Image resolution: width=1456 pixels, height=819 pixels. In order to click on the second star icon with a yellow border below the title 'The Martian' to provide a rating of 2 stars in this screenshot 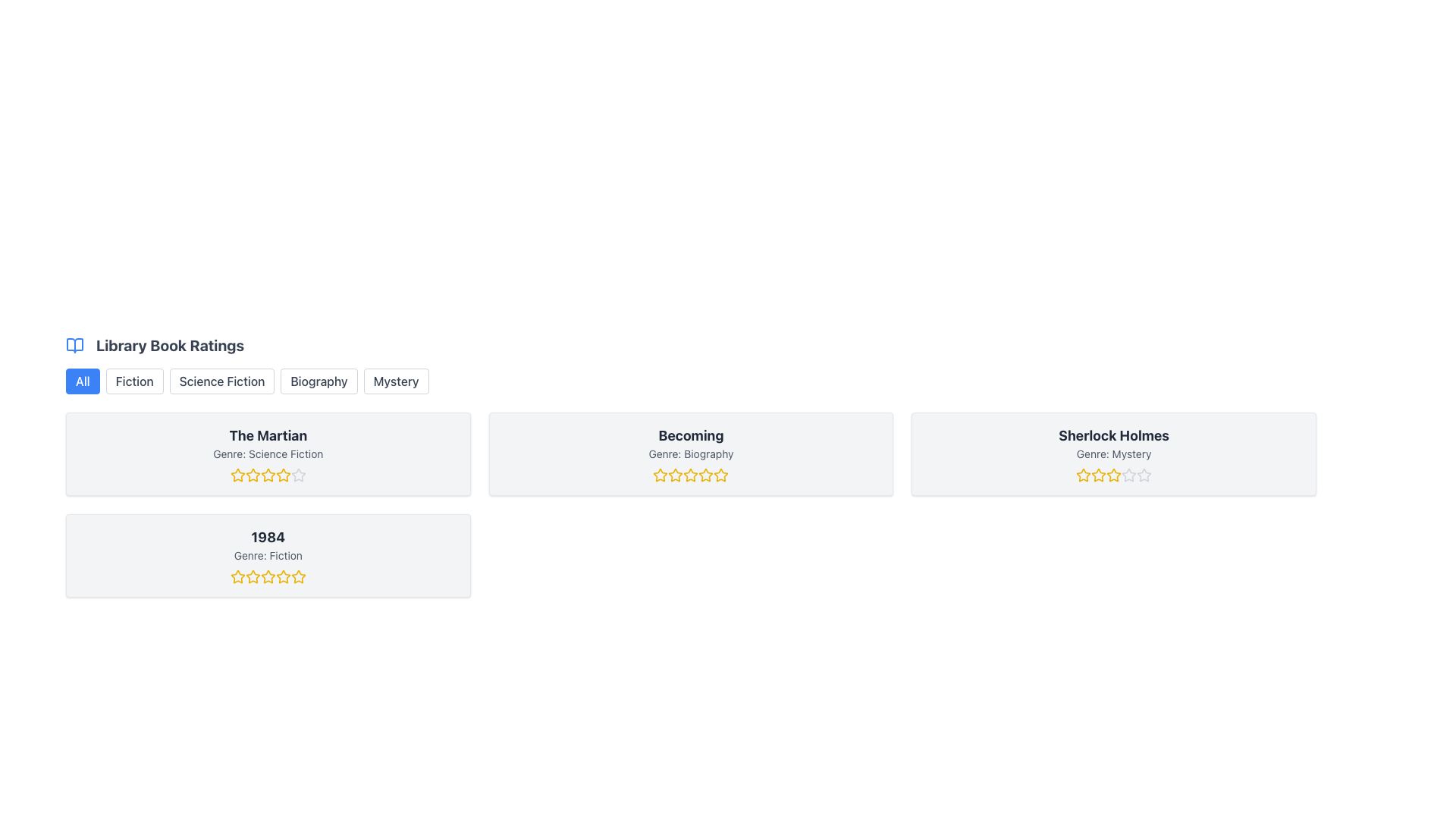, I will do `click(253, 474)`.